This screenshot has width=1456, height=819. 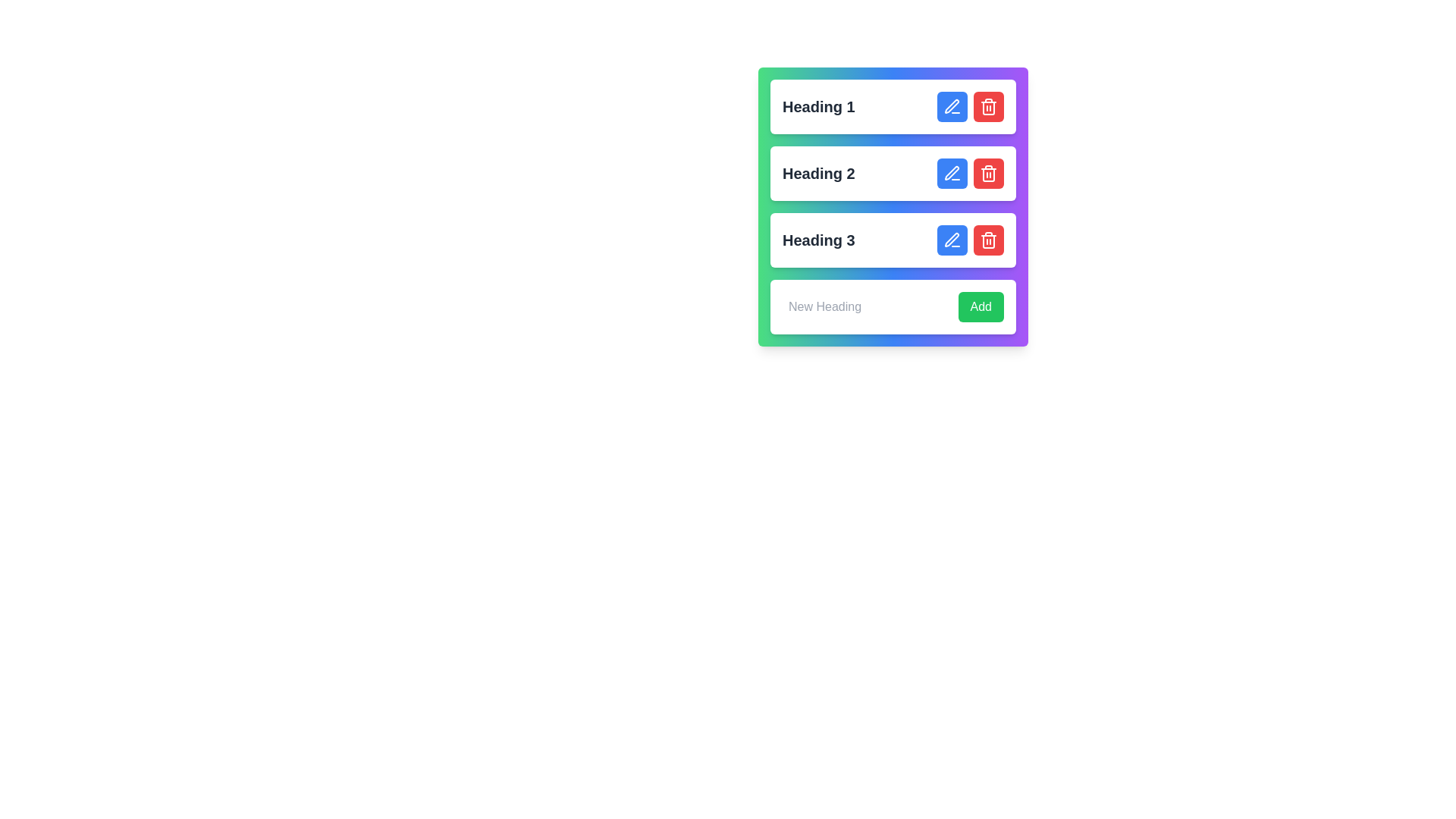 I want to click on the edit button icon located to the left of the delete button in the horizontal row aligned with 'Heading 3' text in the third list item, so click(x=951, y=239).